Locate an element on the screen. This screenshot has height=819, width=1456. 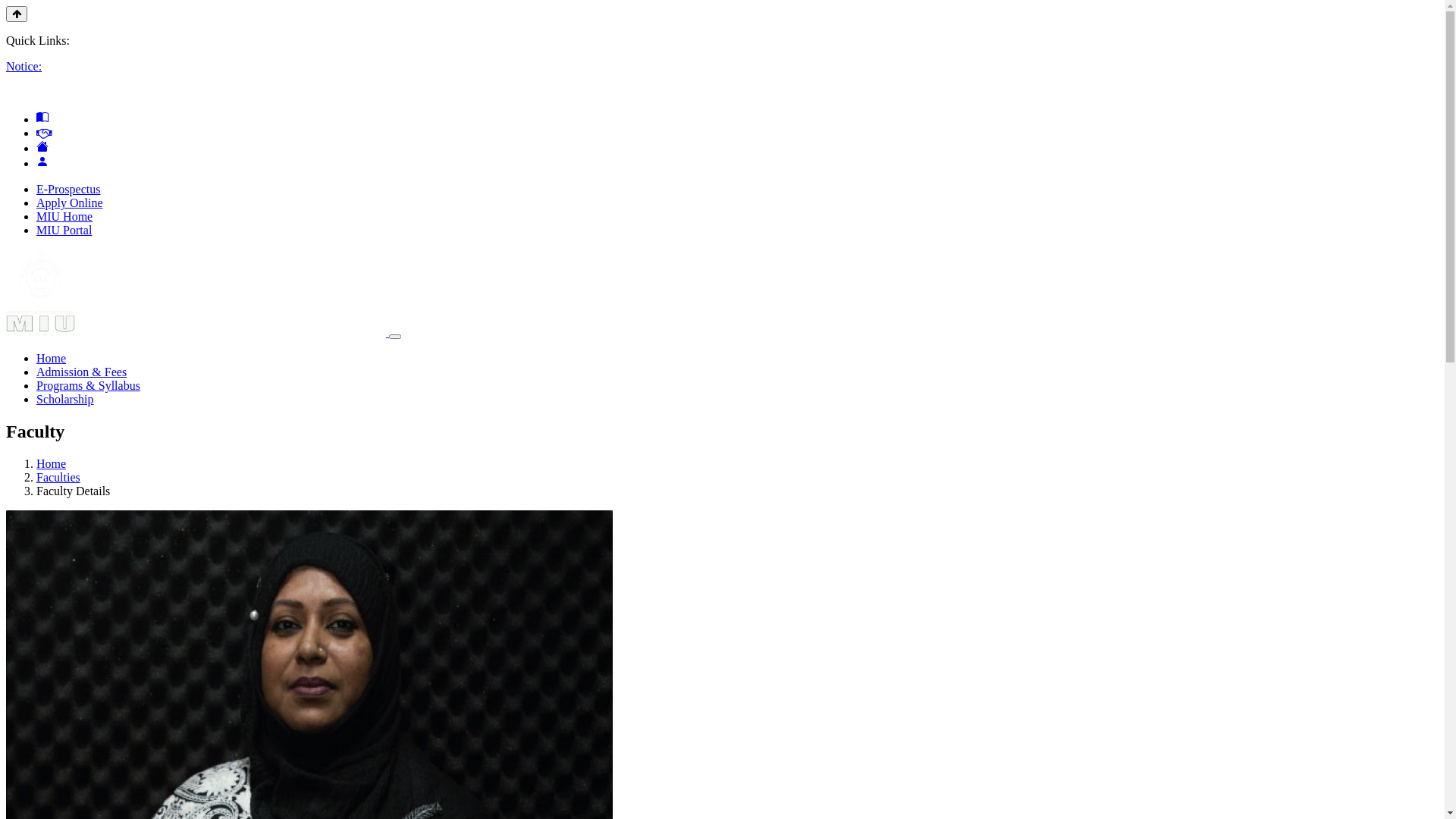
'Notice:' is located at coordinates (24, 65).